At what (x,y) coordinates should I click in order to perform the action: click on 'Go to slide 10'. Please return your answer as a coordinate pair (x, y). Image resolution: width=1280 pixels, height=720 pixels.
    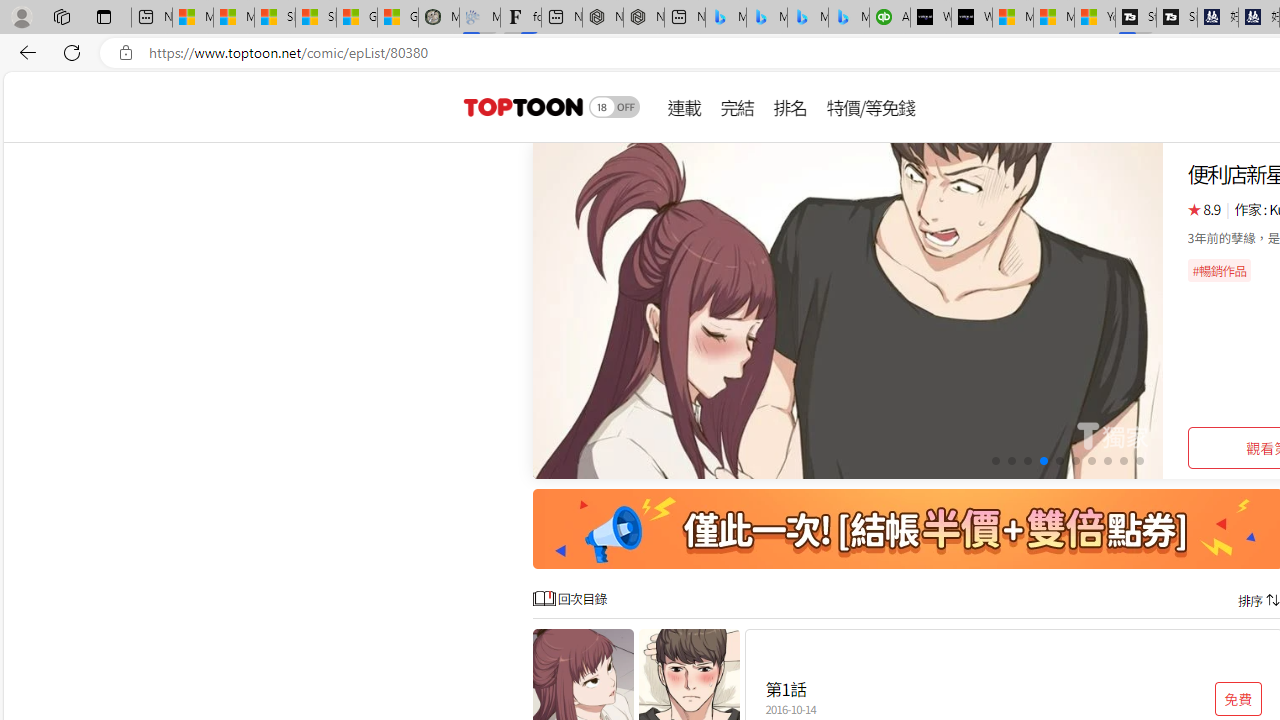
    Looking at the image, I should click on (1139, 461).